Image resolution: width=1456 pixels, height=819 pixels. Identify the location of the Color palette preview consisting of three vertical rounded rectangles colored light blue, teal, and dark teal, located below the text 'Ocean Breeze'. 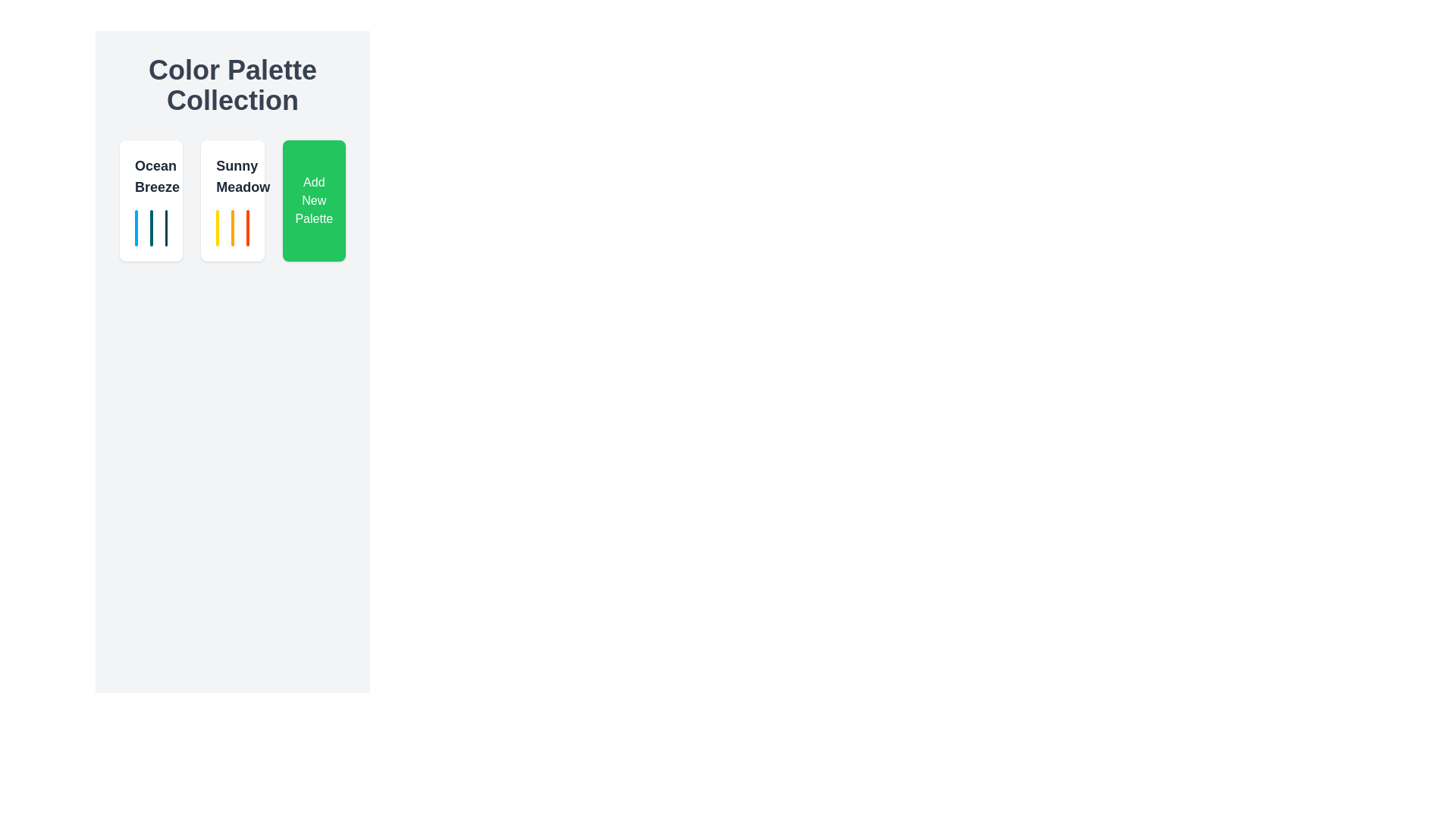
(151, 227).